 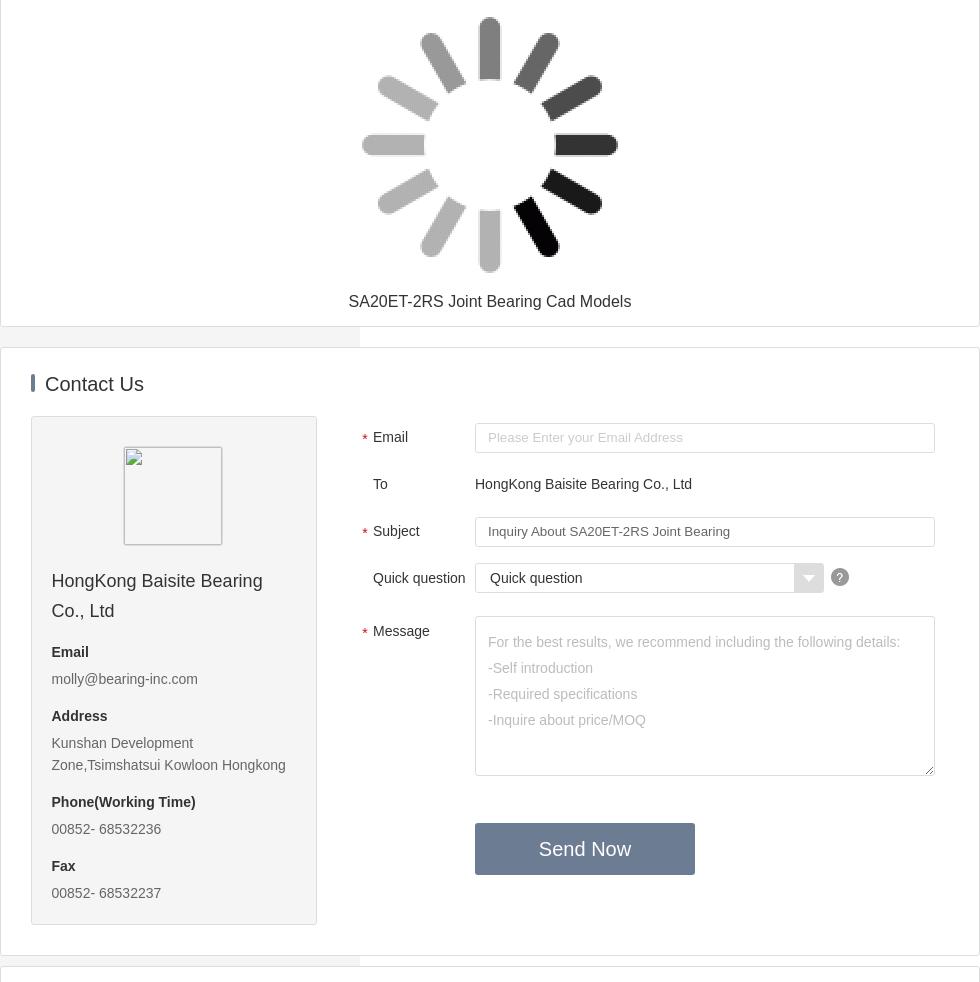 I want to click on 'To', so click(x=380, y=484).